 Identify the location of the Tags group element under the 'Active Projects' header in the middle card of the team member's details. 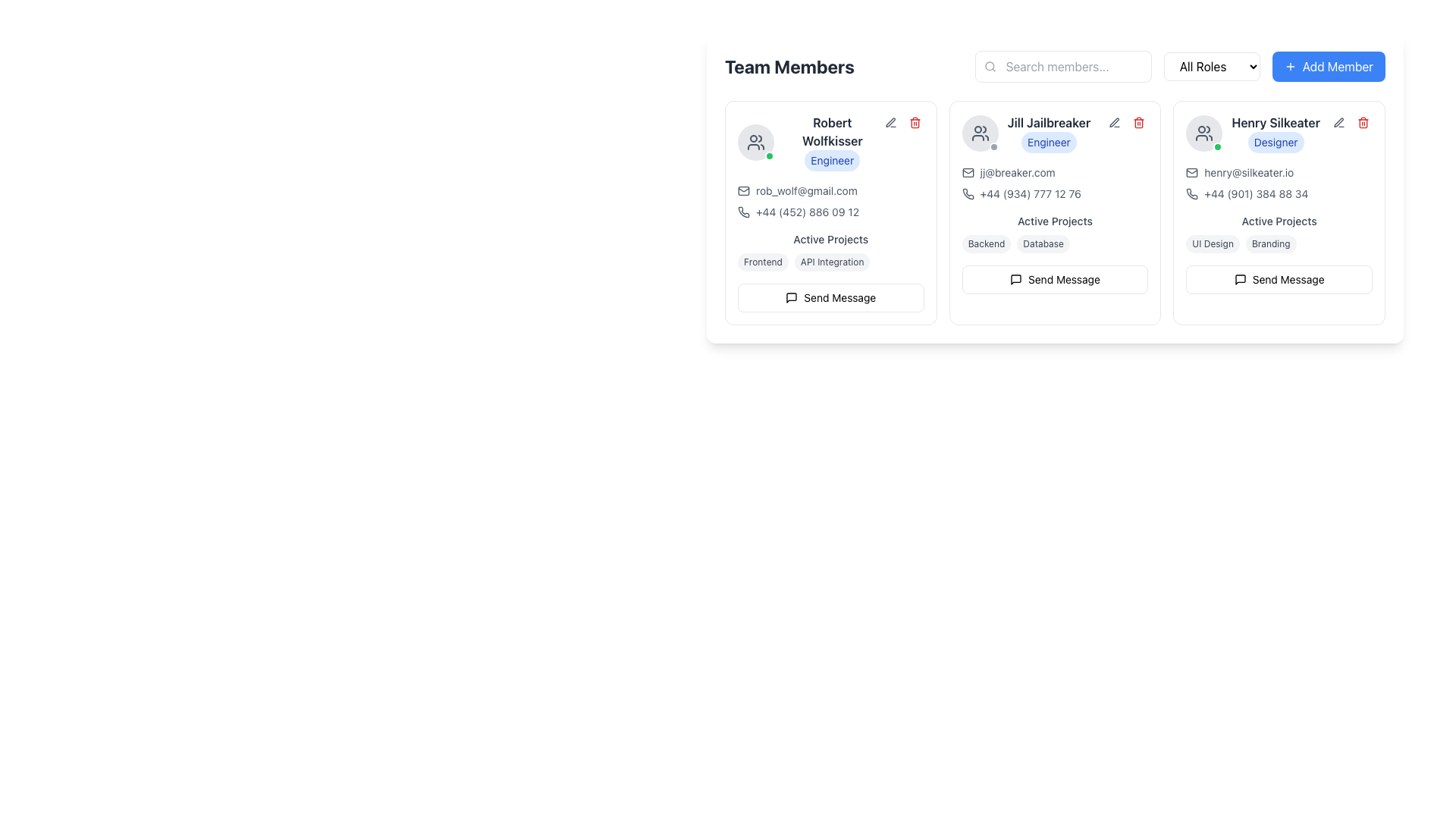
(1054, 243).